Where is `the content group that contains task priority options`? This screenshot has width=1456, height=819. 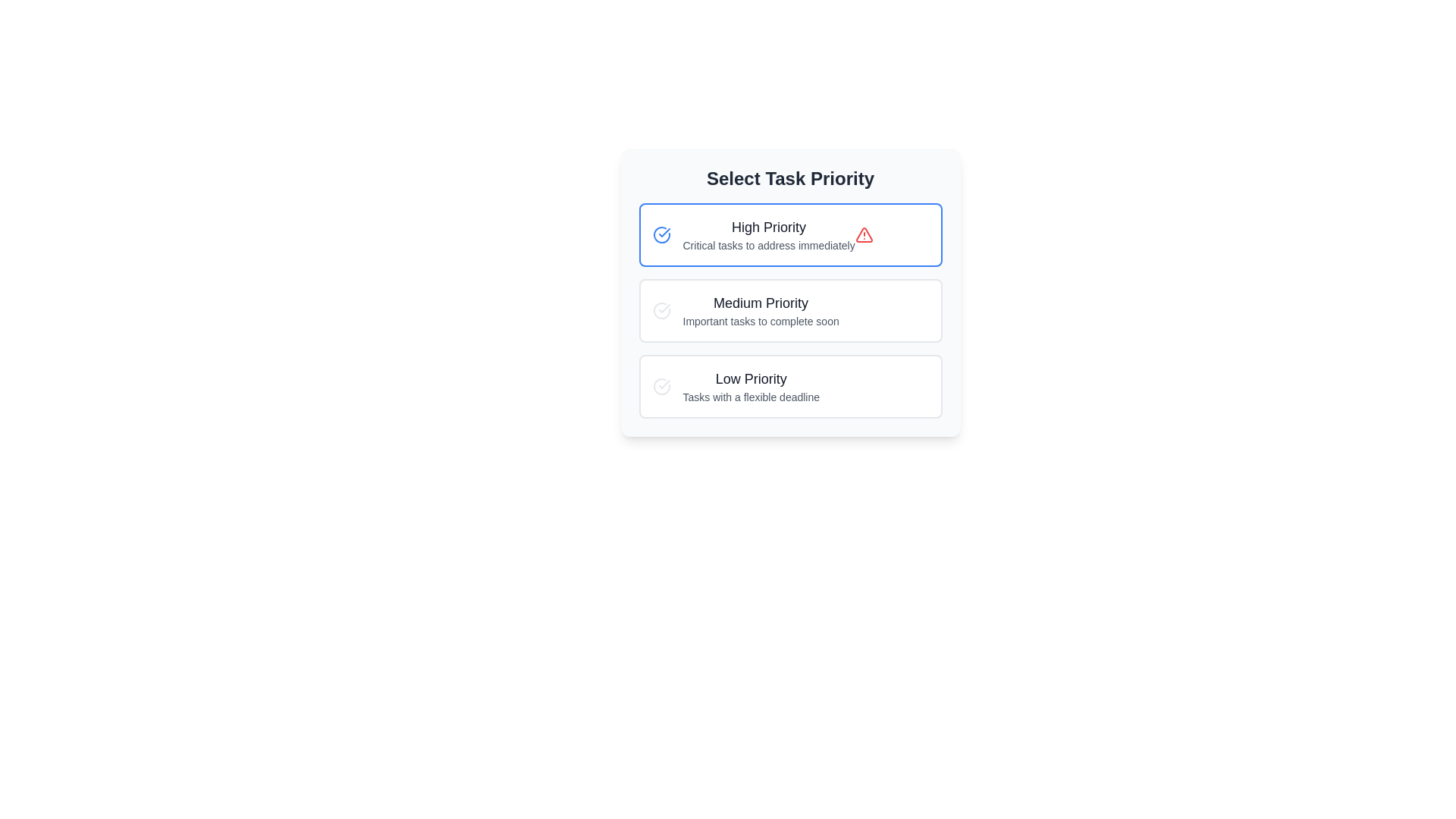
the content group that contains task priority options is located at coordinates (789, 309).